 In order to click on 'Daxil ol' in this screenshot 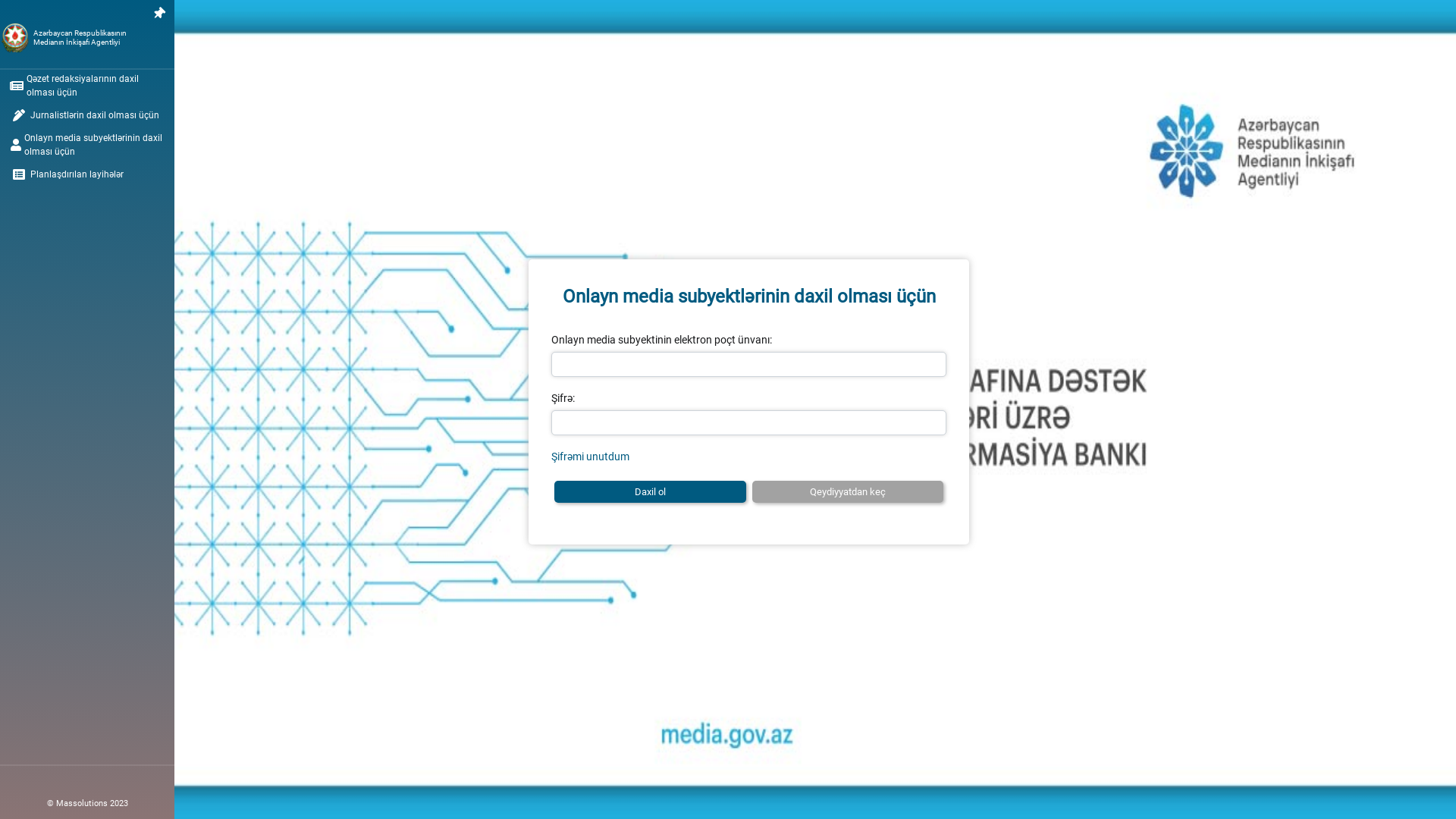, I will do `click(650, 491)`.